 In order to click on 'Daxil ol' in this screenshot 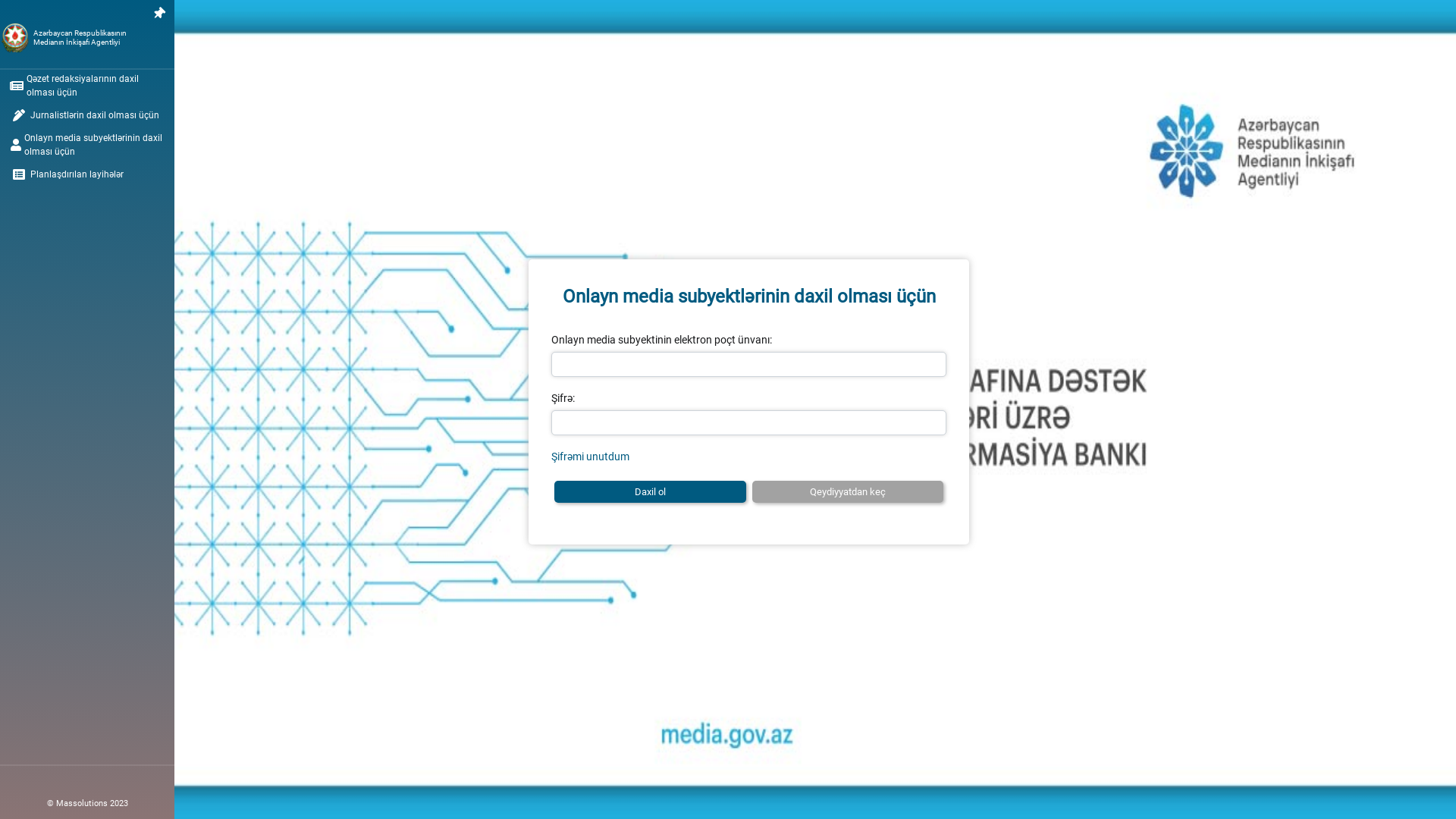, I will do `click(650, 491)`.